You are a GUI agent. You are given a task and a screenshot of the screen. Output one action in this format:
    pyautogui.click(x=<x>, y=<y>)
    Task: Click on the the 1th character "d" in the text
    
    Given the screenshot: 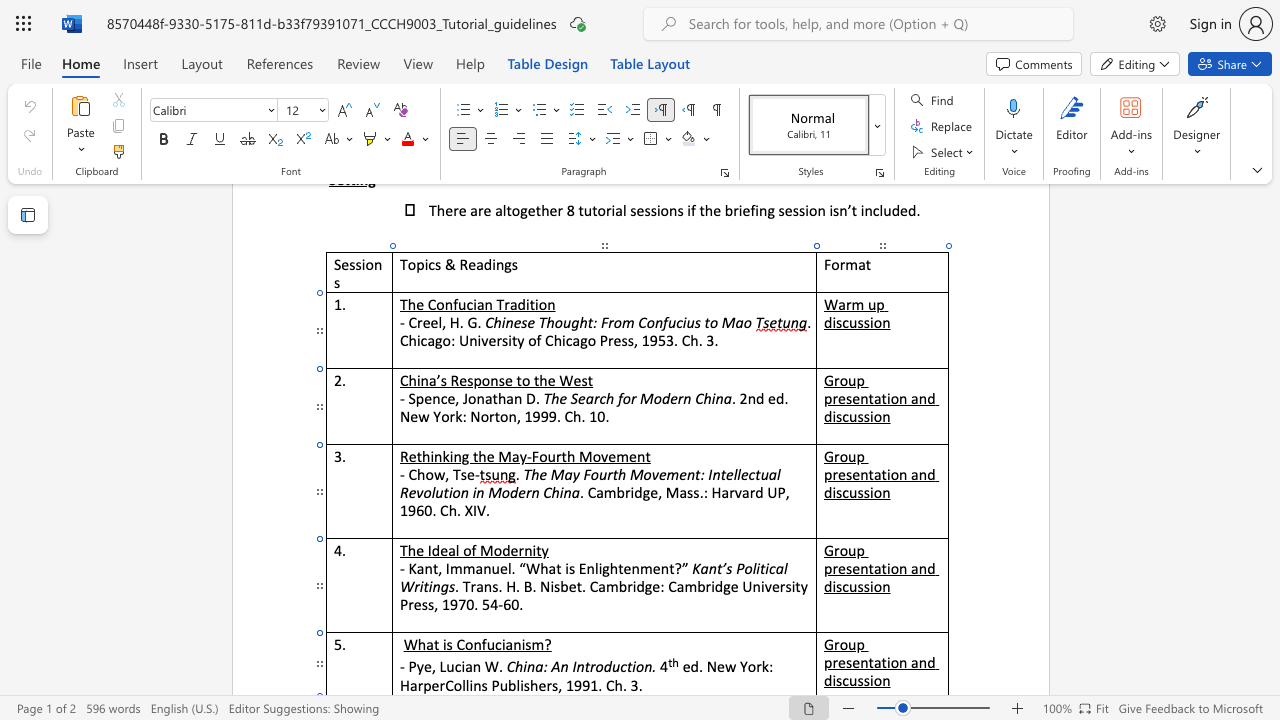 What is the action you would take?
    pyautogui.click(x=930, y=662)
    